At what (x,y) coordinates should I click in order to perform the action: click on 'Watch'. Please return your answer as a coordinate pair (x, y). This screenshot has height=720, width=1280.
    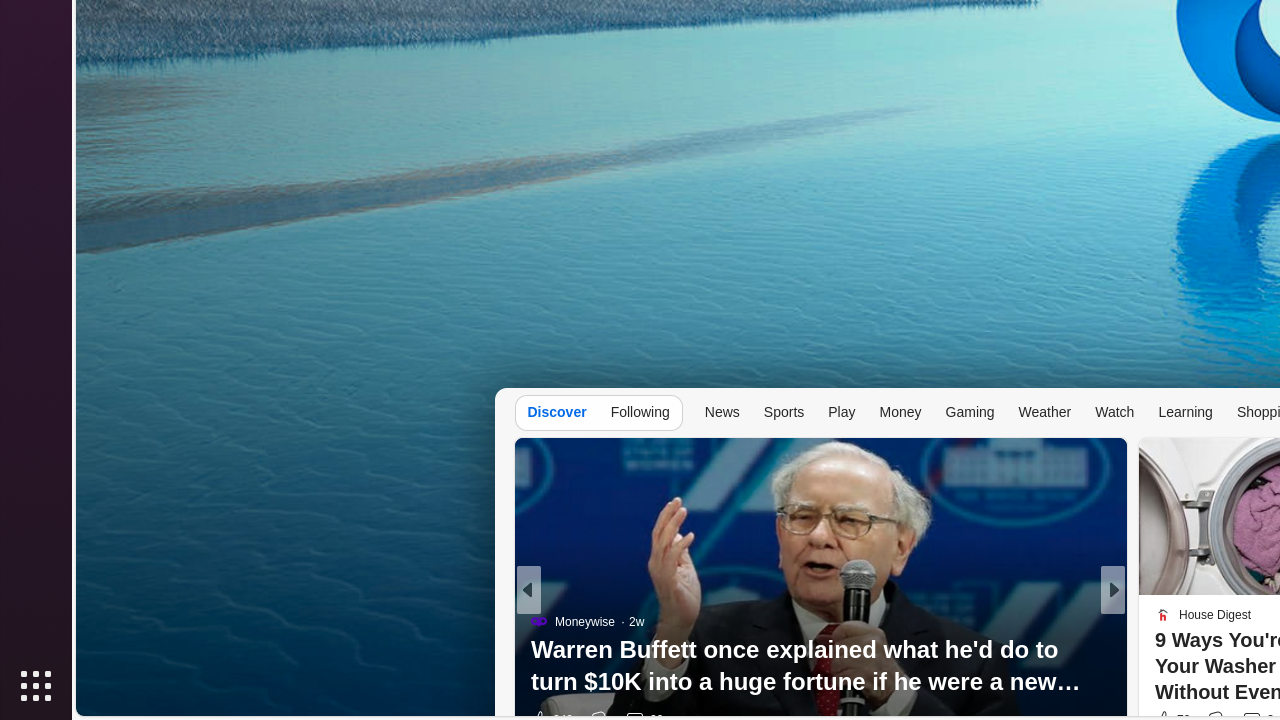
    Looking at the image, I should click on (1114, 410).